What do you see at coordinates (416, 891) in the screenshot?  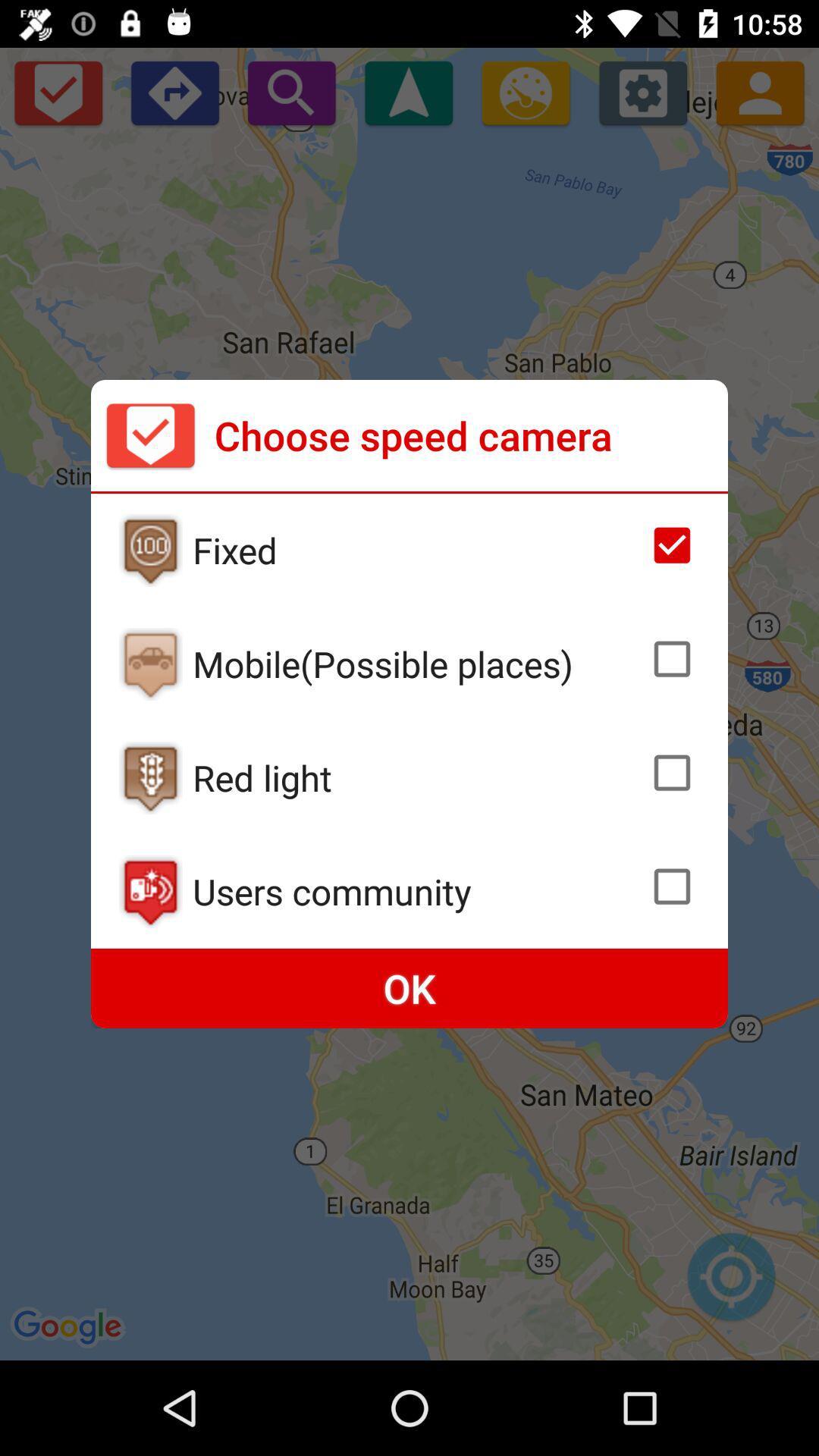 I see `users community` at bounding box center [416, 891].